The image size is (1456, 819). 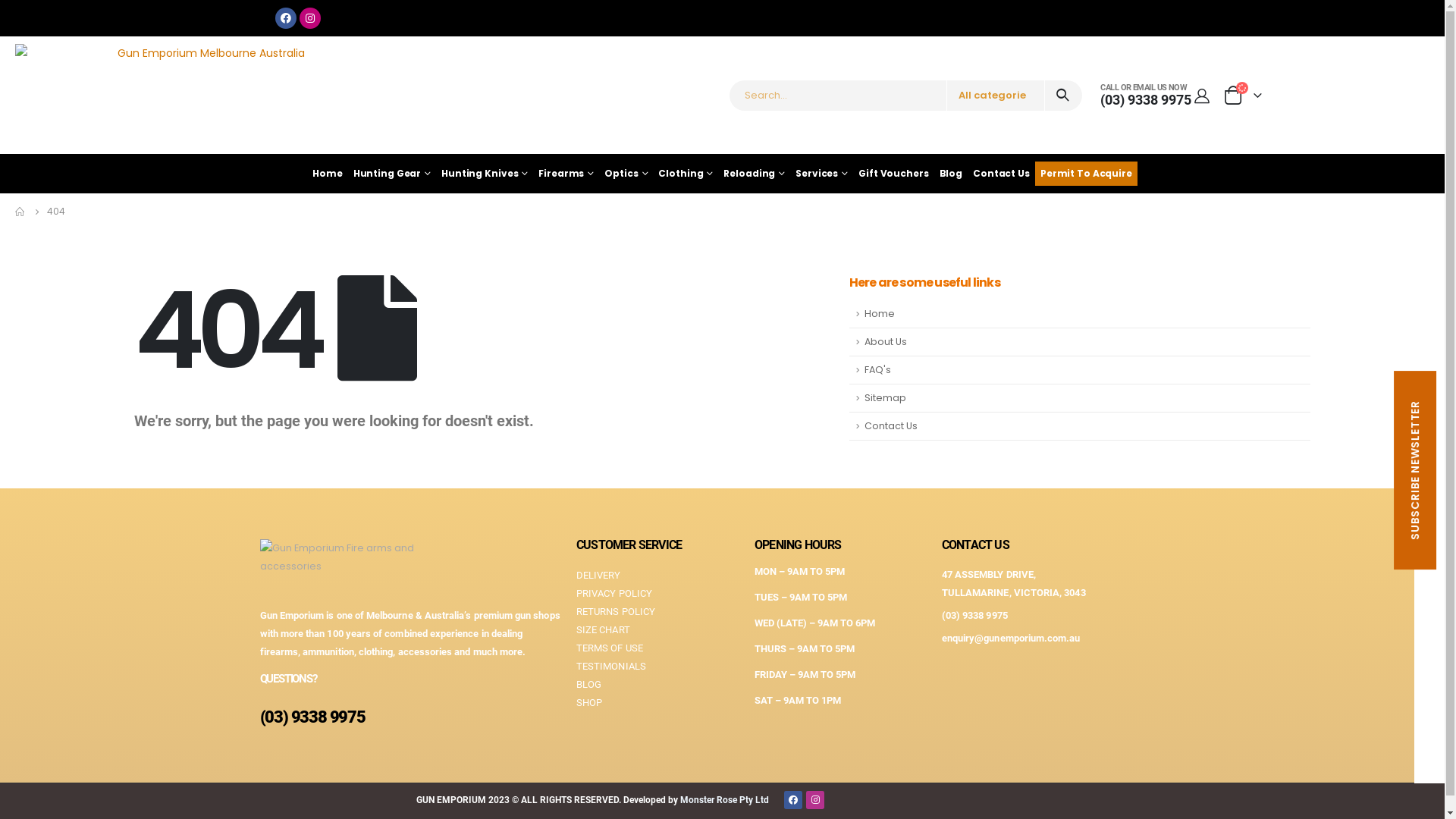 What do you see at coordinates (575, 648) in the screenshot?
I see `'TERMS OF USE'` at bounding box center [575, 648].